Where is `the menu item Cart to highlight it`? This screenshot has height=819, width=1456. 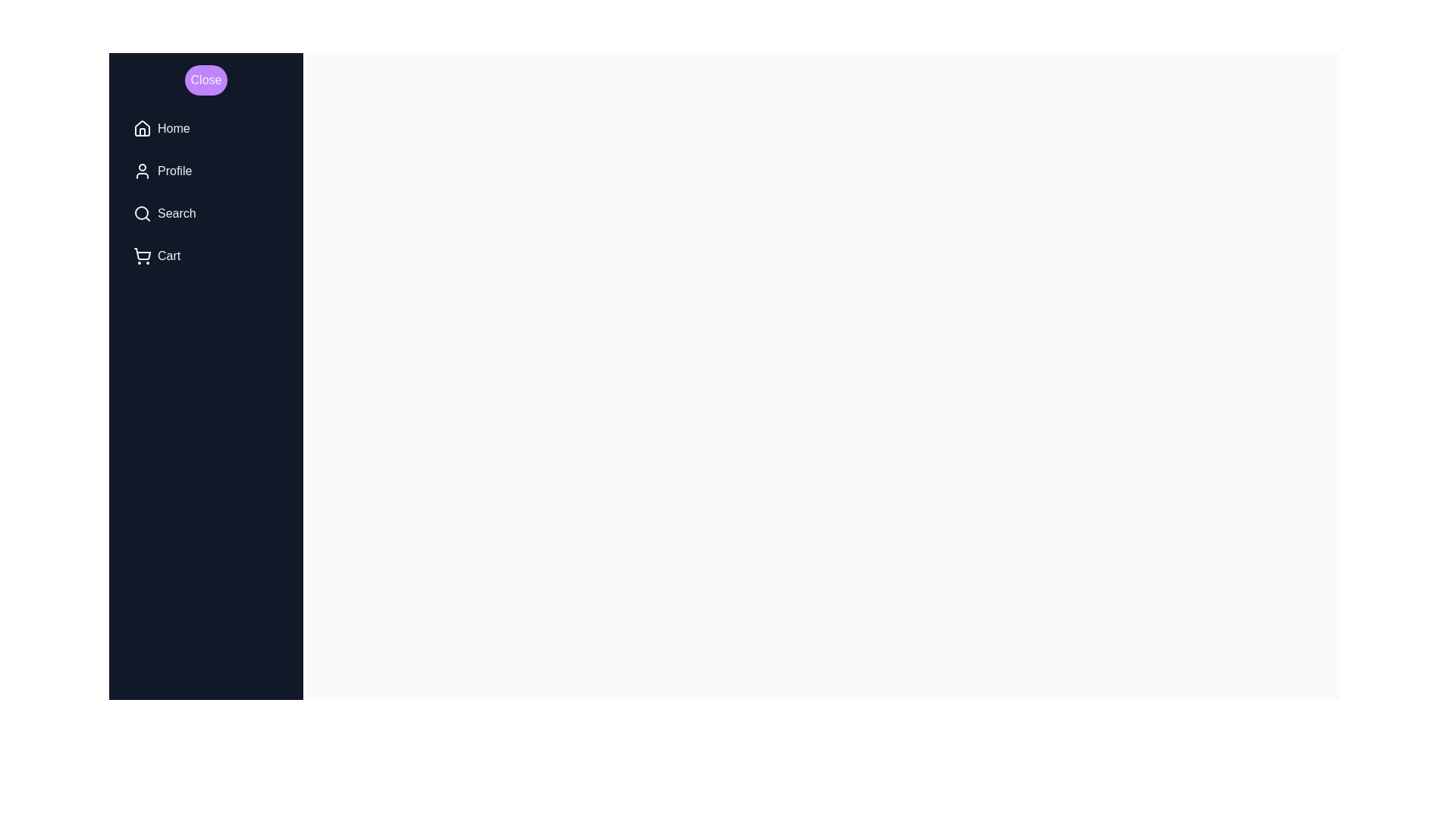 the menu item Cart to highlight it is located at coordinates (206, 256).